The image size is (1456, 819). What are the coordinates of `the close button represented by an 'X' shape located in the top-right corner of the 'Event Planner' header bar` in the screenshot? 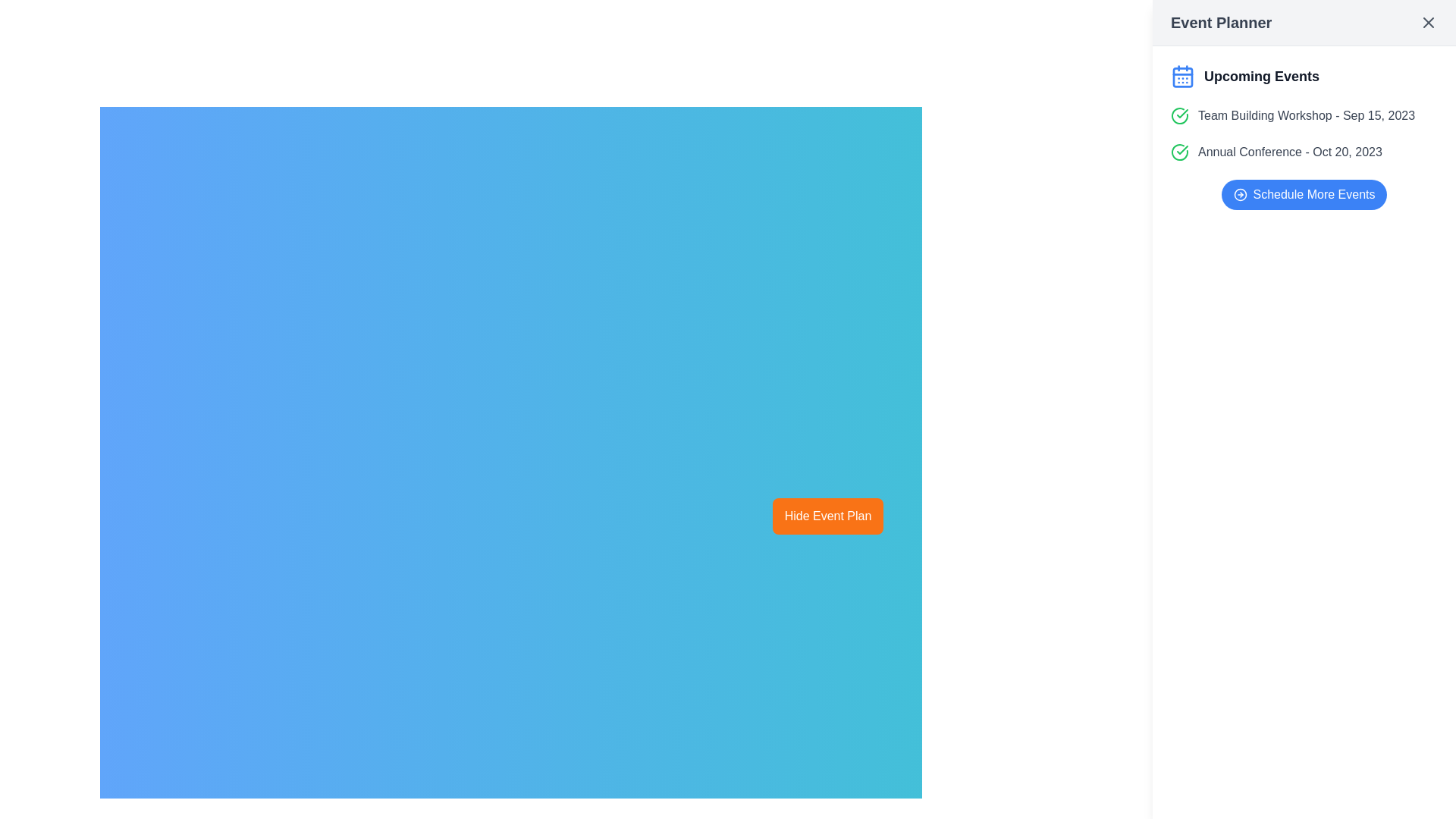 It's located at (1427, 23).